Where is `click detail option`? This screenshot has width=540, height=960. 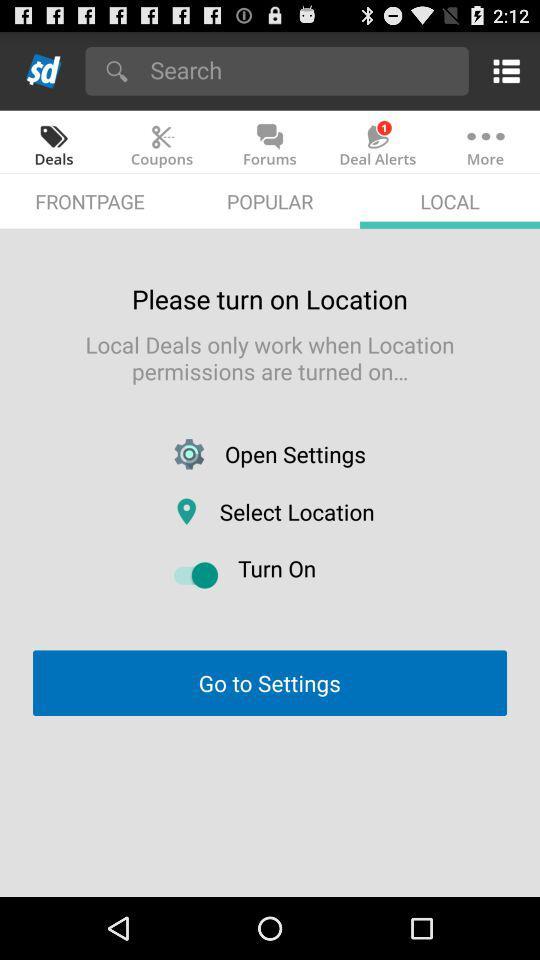 click detail option is located at coordinates (502, 70).